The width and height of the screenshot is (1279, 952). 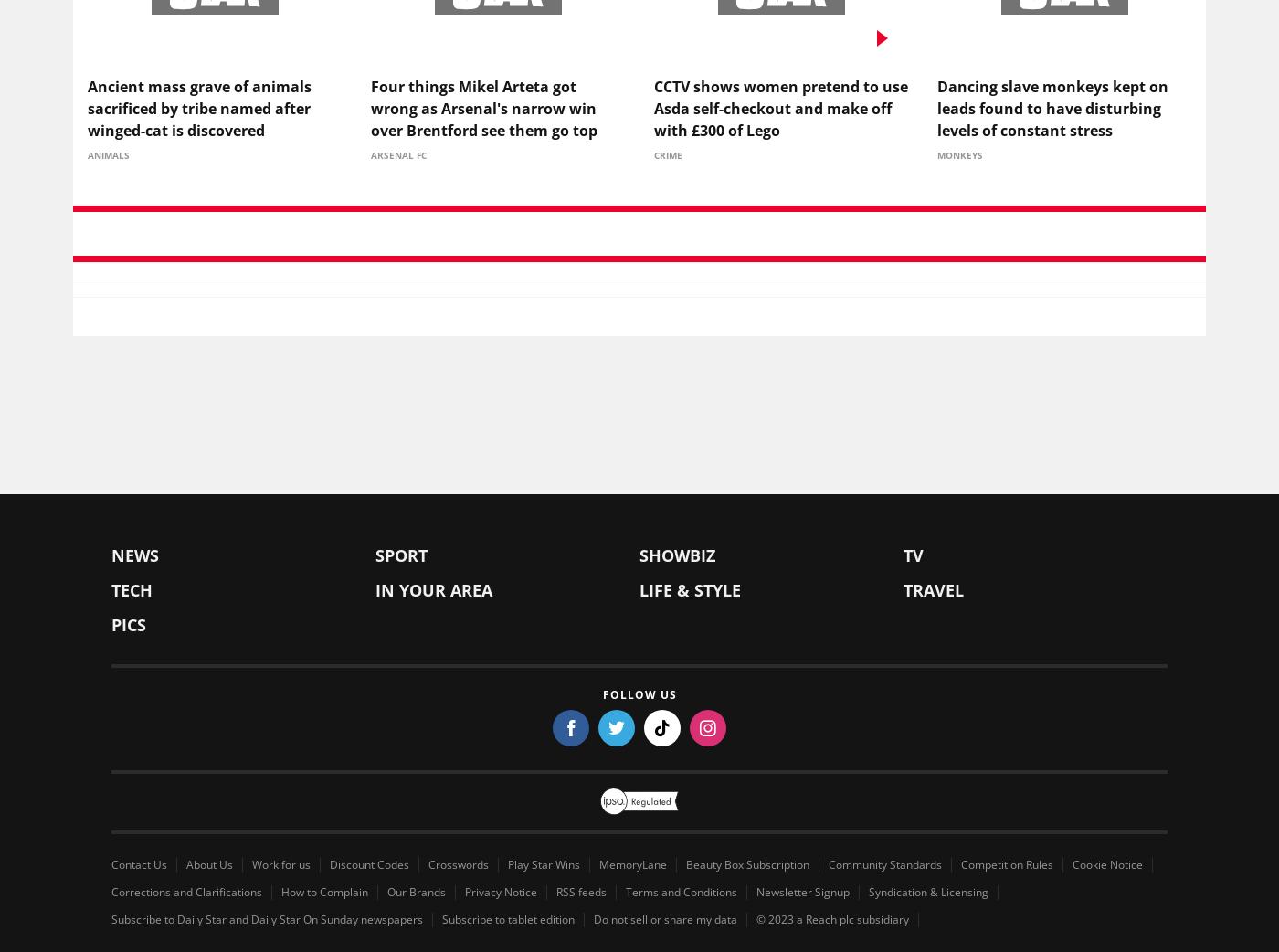 I want to click on 'Ryan Giggs', so click(x=653, y=507).